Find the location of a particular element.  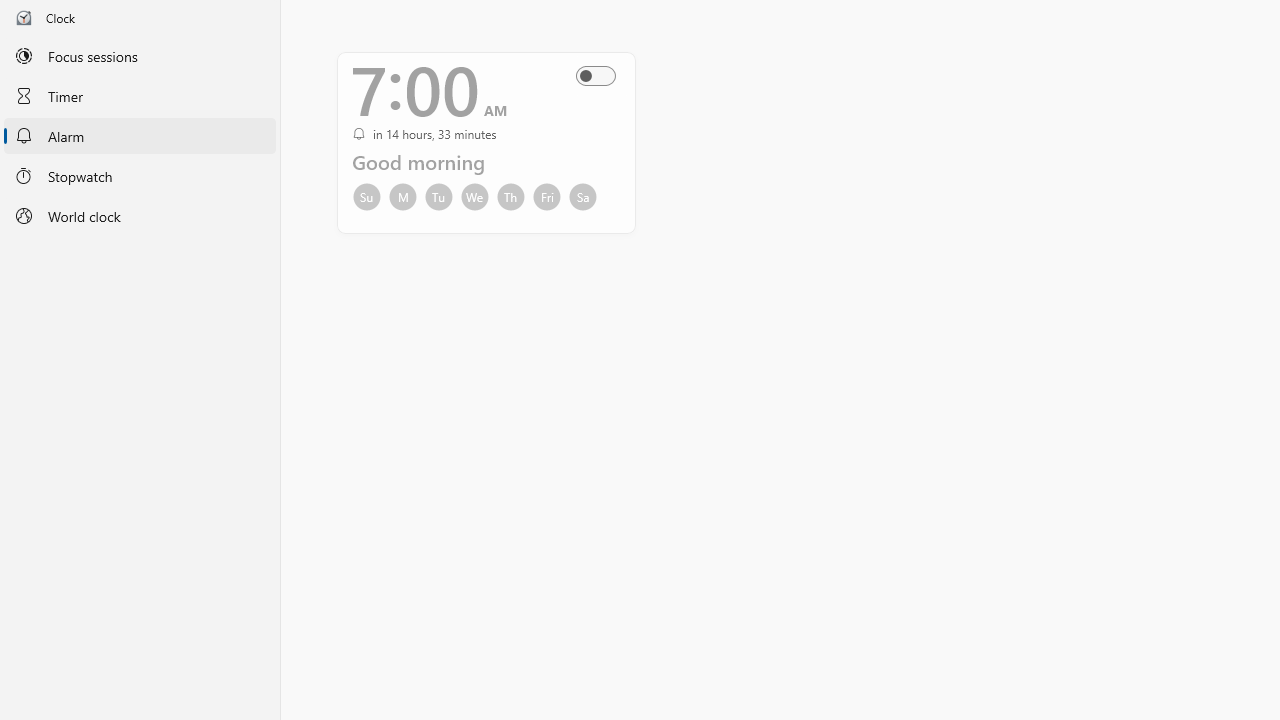

'Alarm' is located at coordinates (139, 135).